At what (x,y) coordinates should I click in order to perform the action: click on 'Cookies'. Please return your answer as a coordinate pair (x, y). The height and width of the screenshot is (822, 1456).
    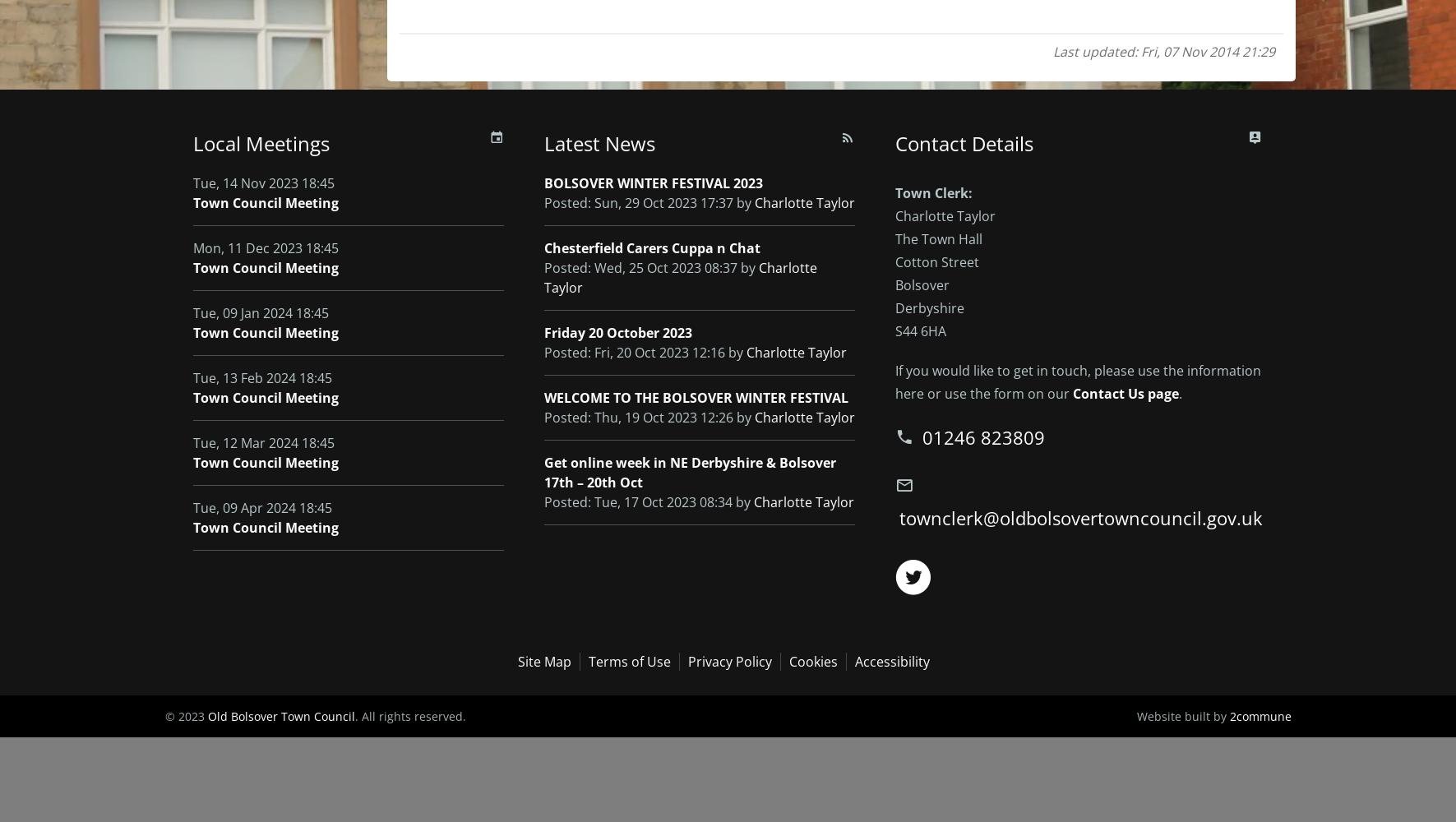
    Looking at the image, I should click on (813, 661).